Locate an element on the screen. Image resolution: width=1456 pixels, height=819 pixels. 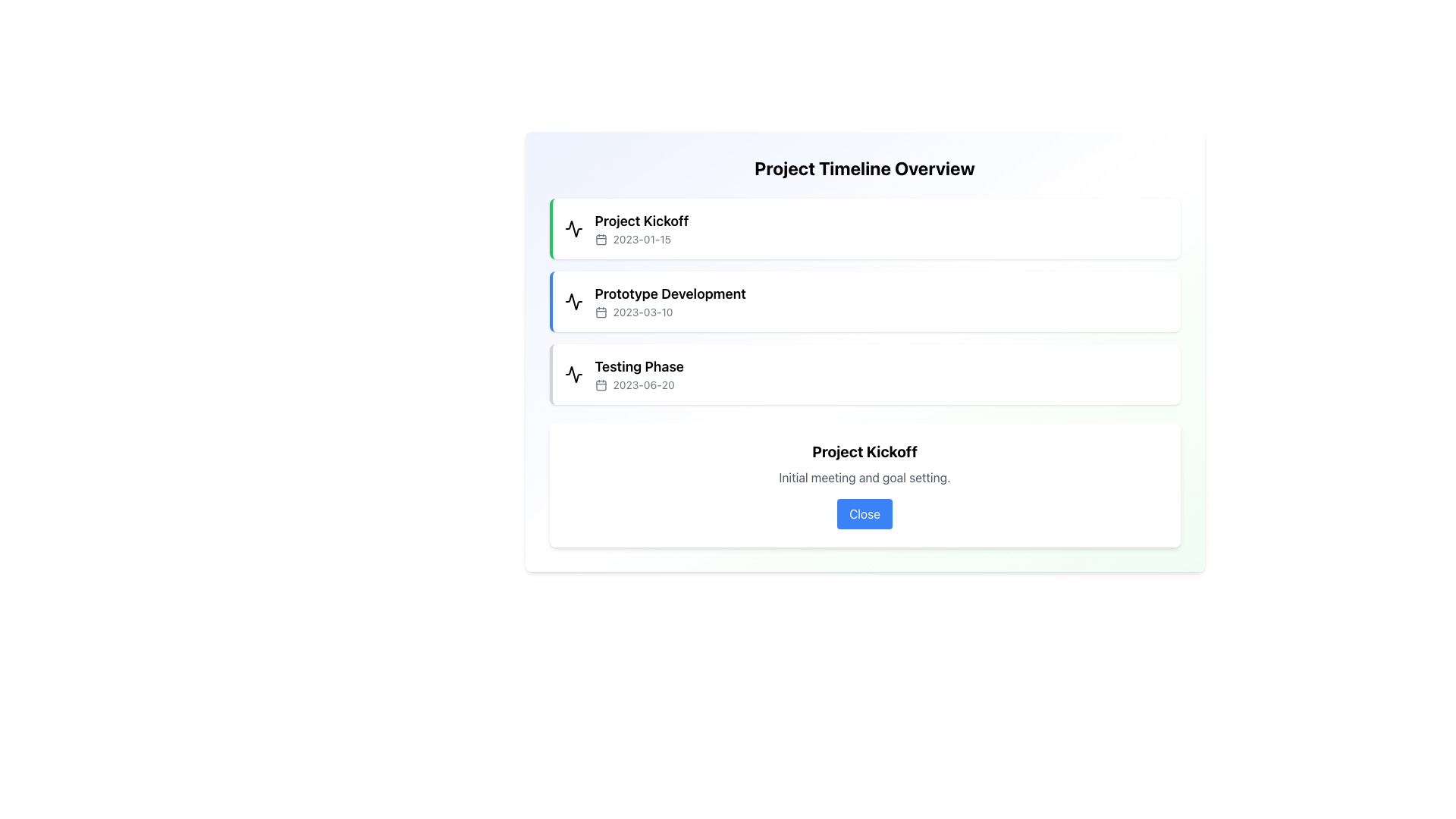
the date label with the calendar icon displaying '2023-03-10' in the 'Prototype Development' section of the timeline interface is located at coordinates (670, 312).